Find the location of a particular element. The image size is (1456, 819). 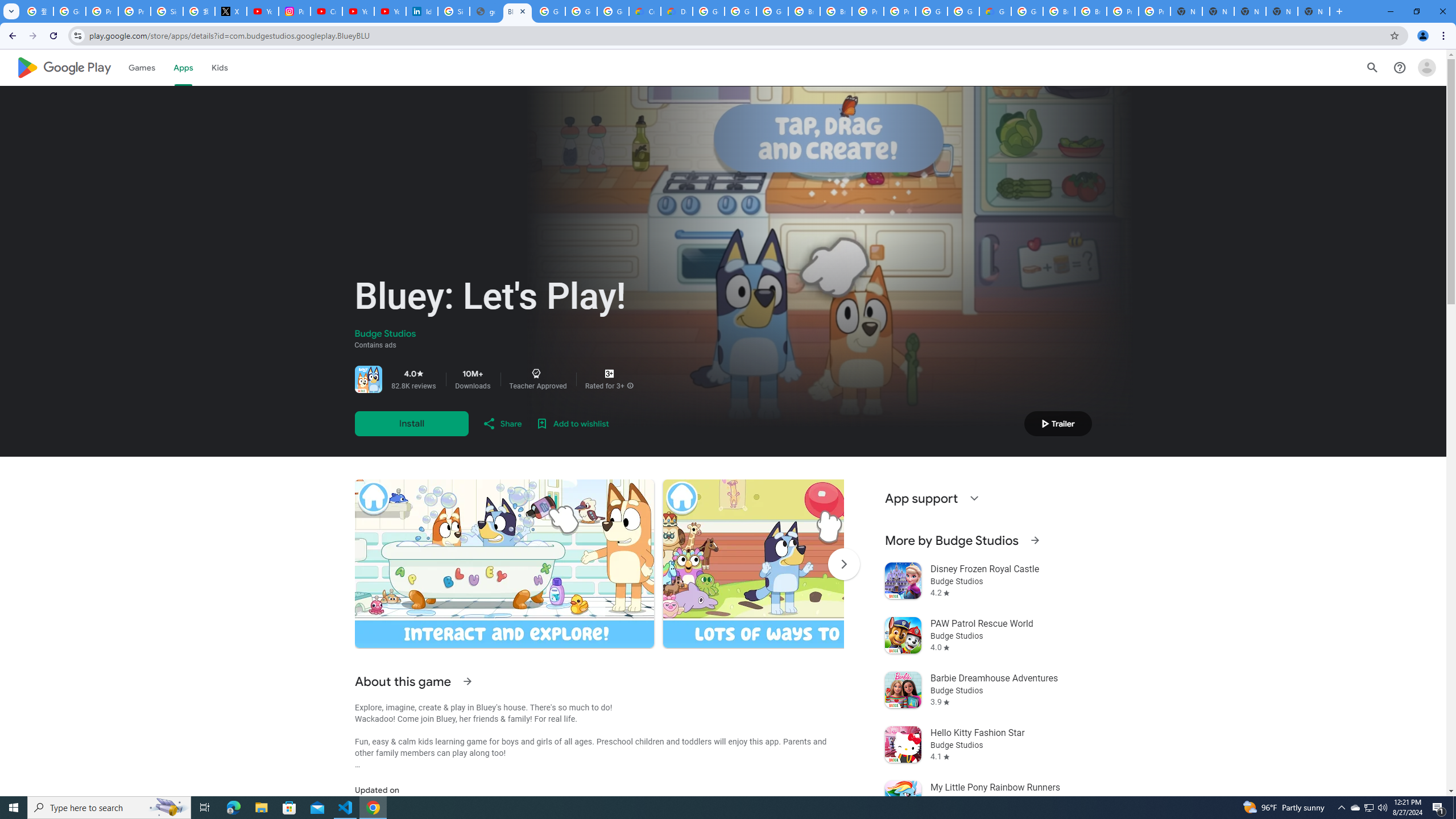

'Bluey: Let' is located at coordinates (517, 11).